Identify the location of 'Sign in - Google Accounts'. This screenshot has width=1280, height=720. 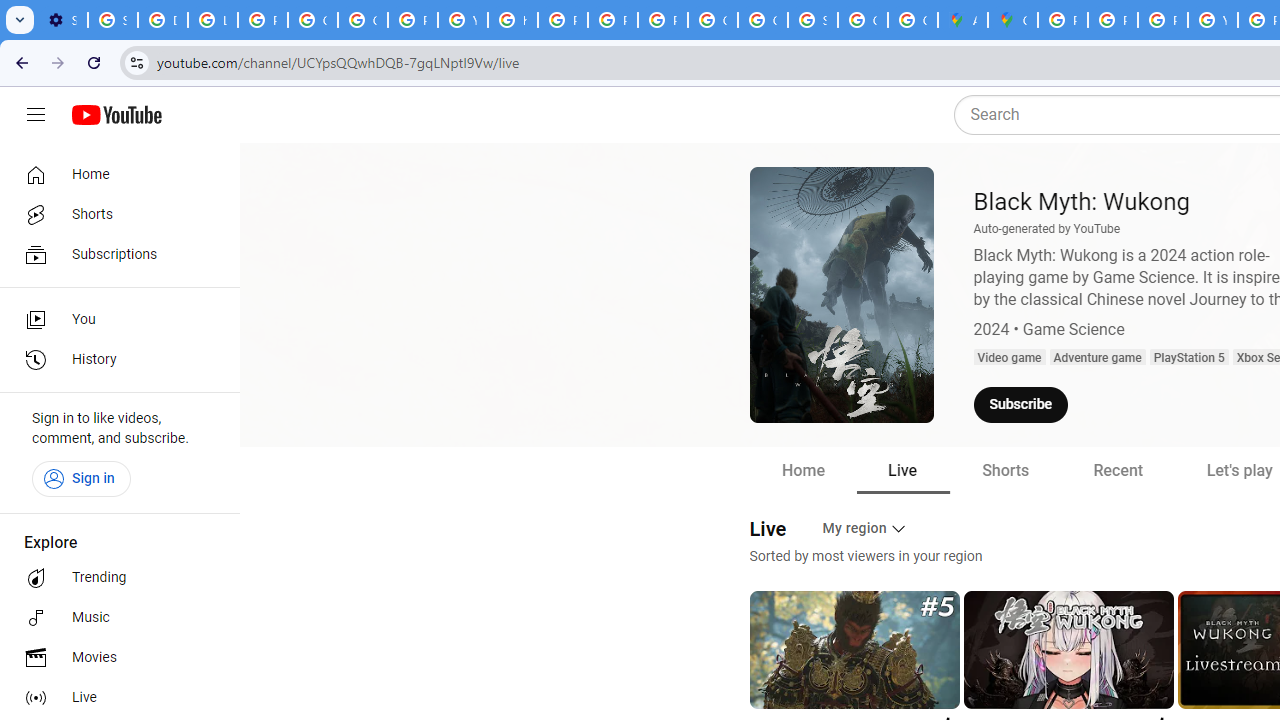
(112, 20).